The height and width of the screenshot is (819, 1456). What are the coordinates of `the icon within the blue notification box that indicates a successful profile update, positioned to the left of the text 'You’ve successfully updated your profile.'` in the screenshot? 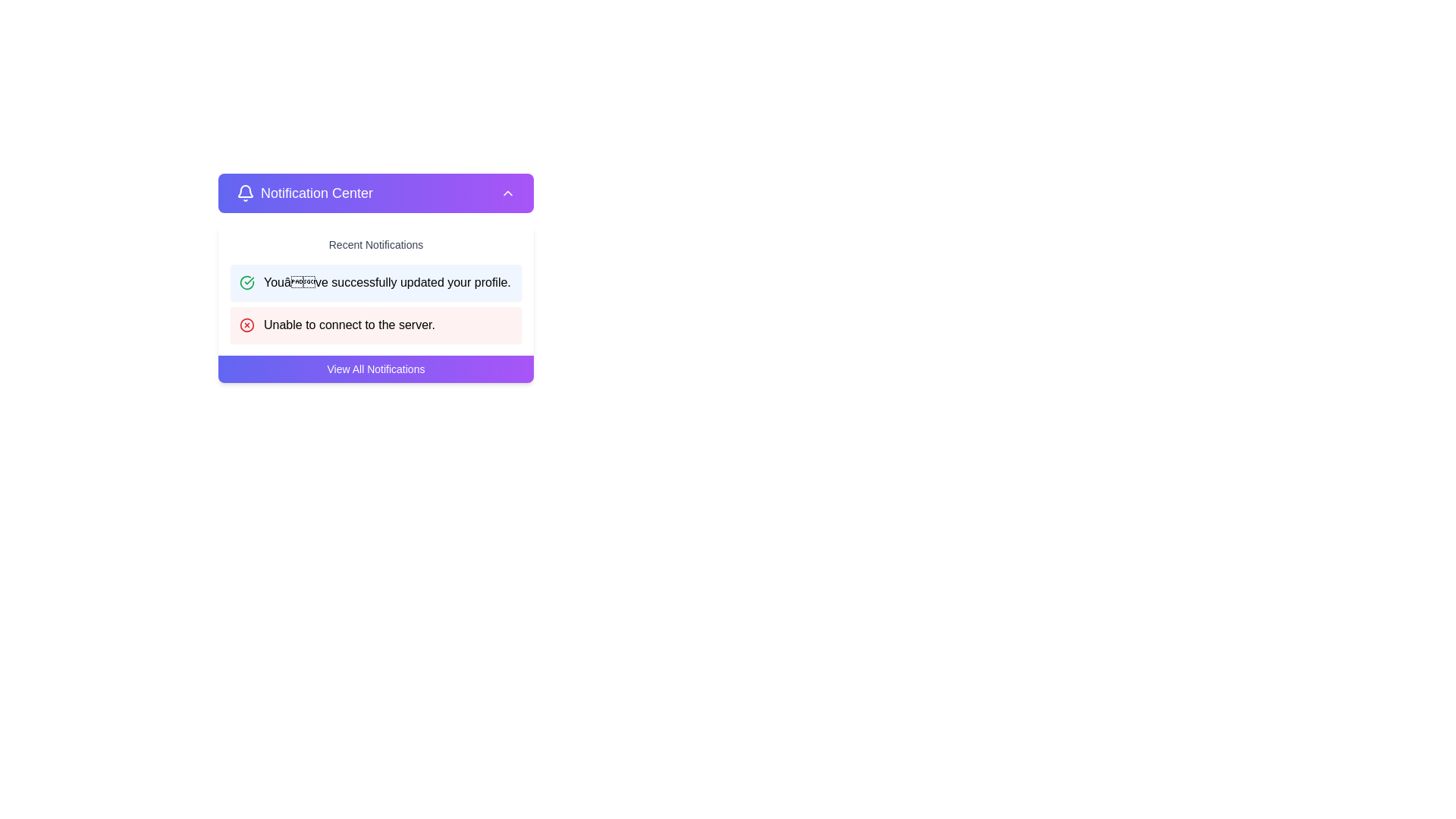 It's located at (247, 283).